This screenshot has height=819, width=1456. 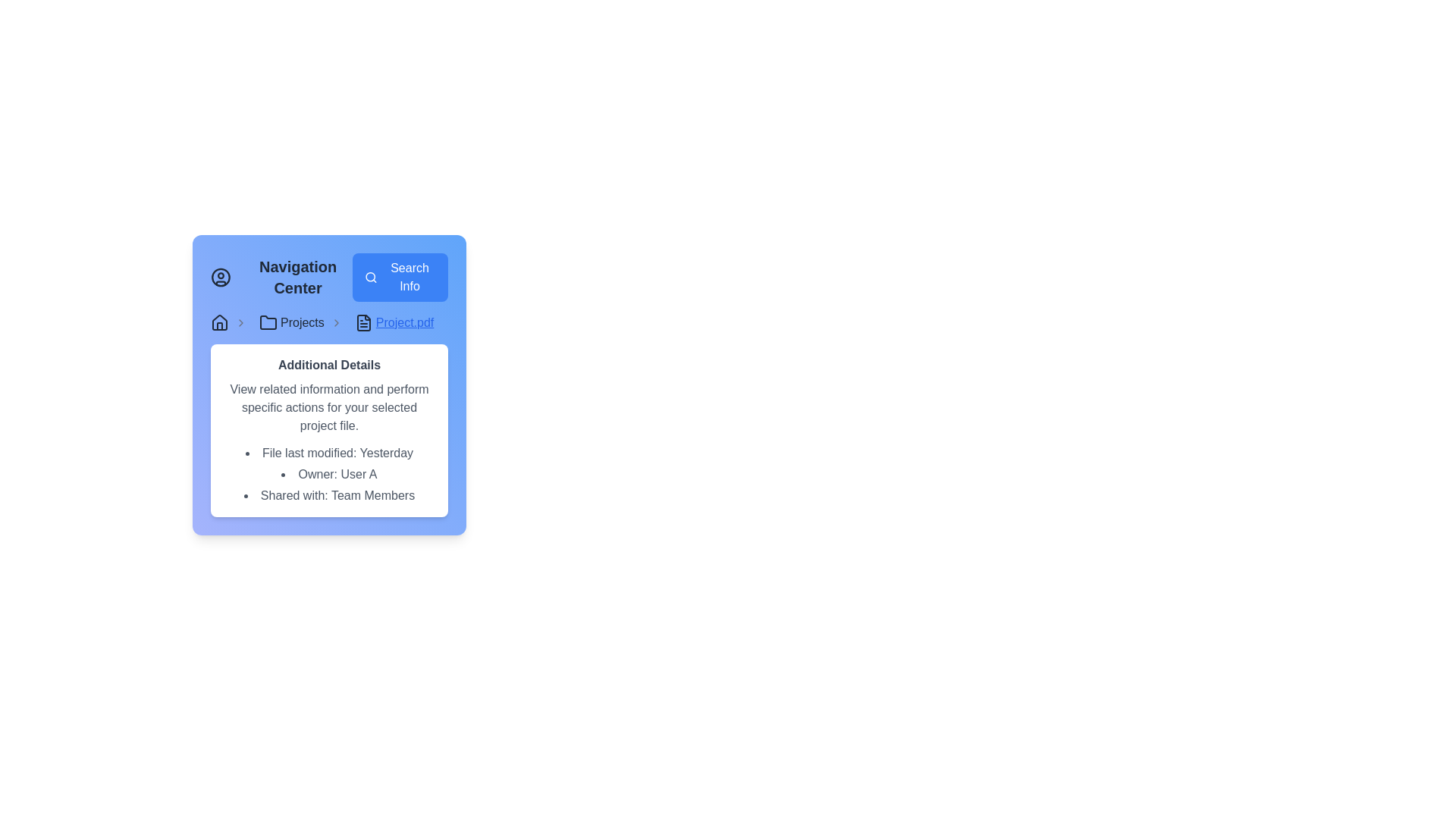 I want to click on the SVG icon representing the PDF document, so click(x=362, y=322).